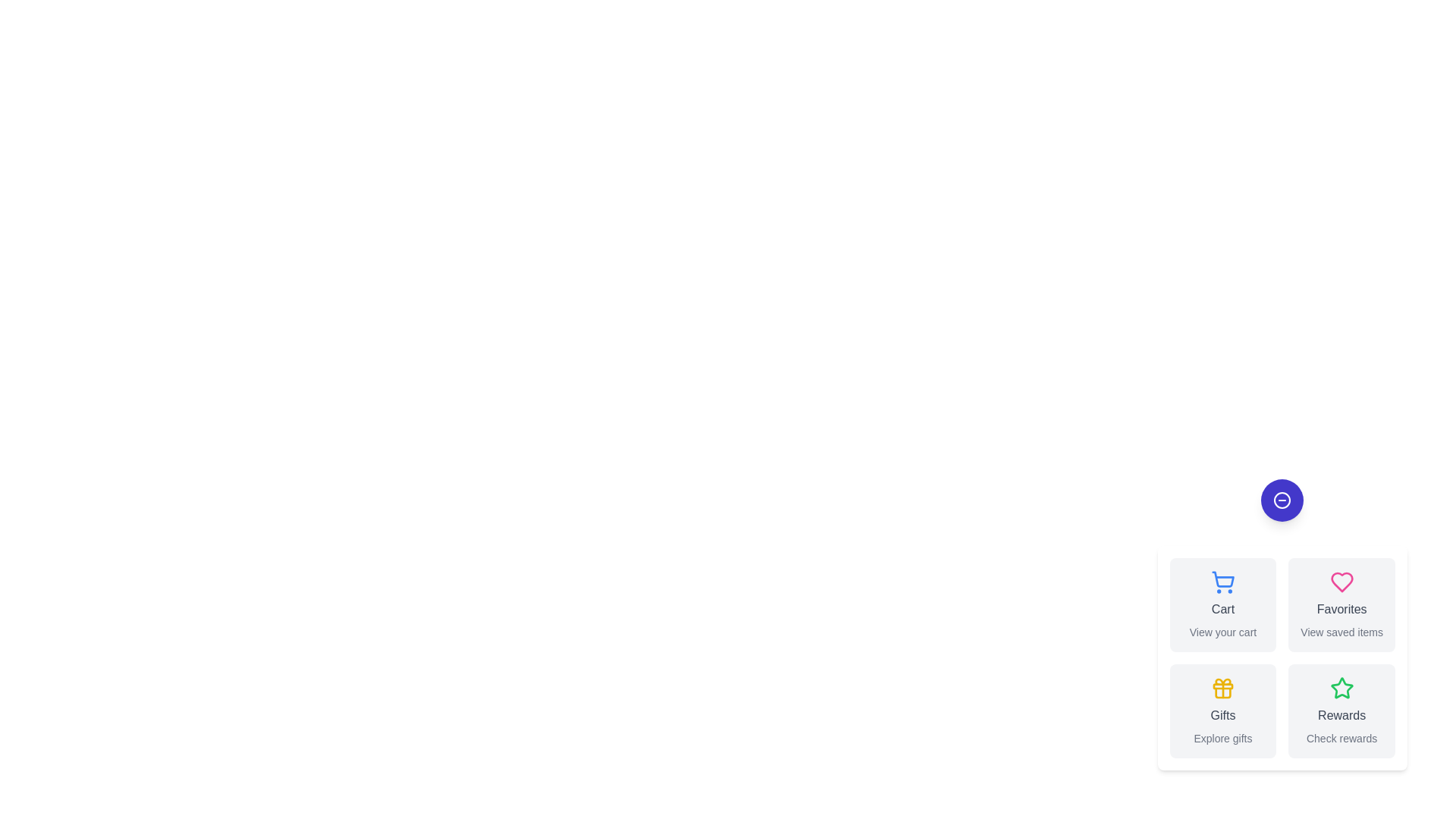  What do you see at coordinates (1341, 711) in the screenshot?
I see `the 'Rewards' button to select it` at bounding box center [1341, 711].